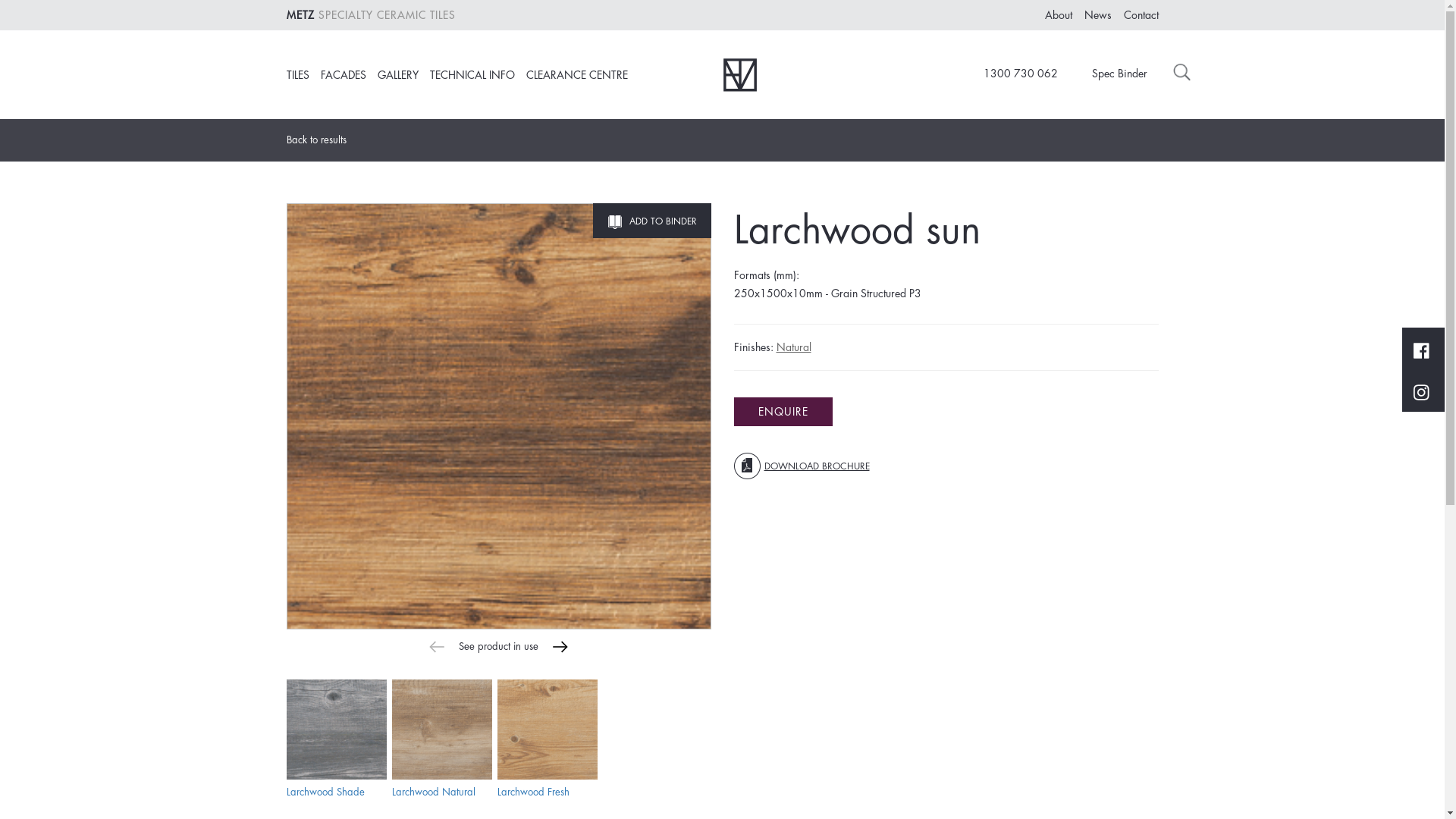  I want to click on 'GALLERY', so click(397, 75).